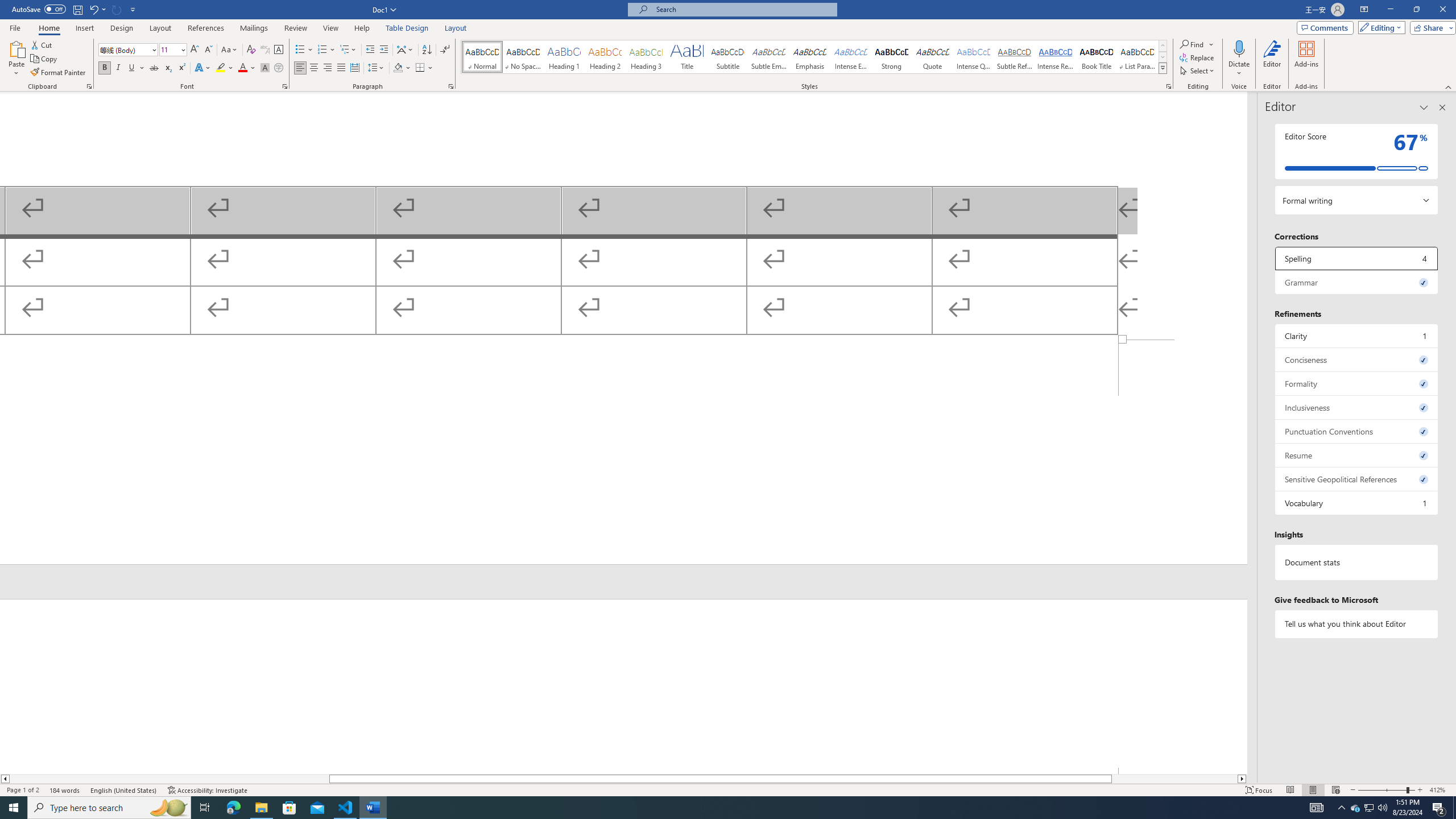 Image resolution: width=1456 pixels, height=819 pixels. What do you see at coordinates (892, 56) in the screenshot?
I see `'Strong'` at bounding box center [892, 56].